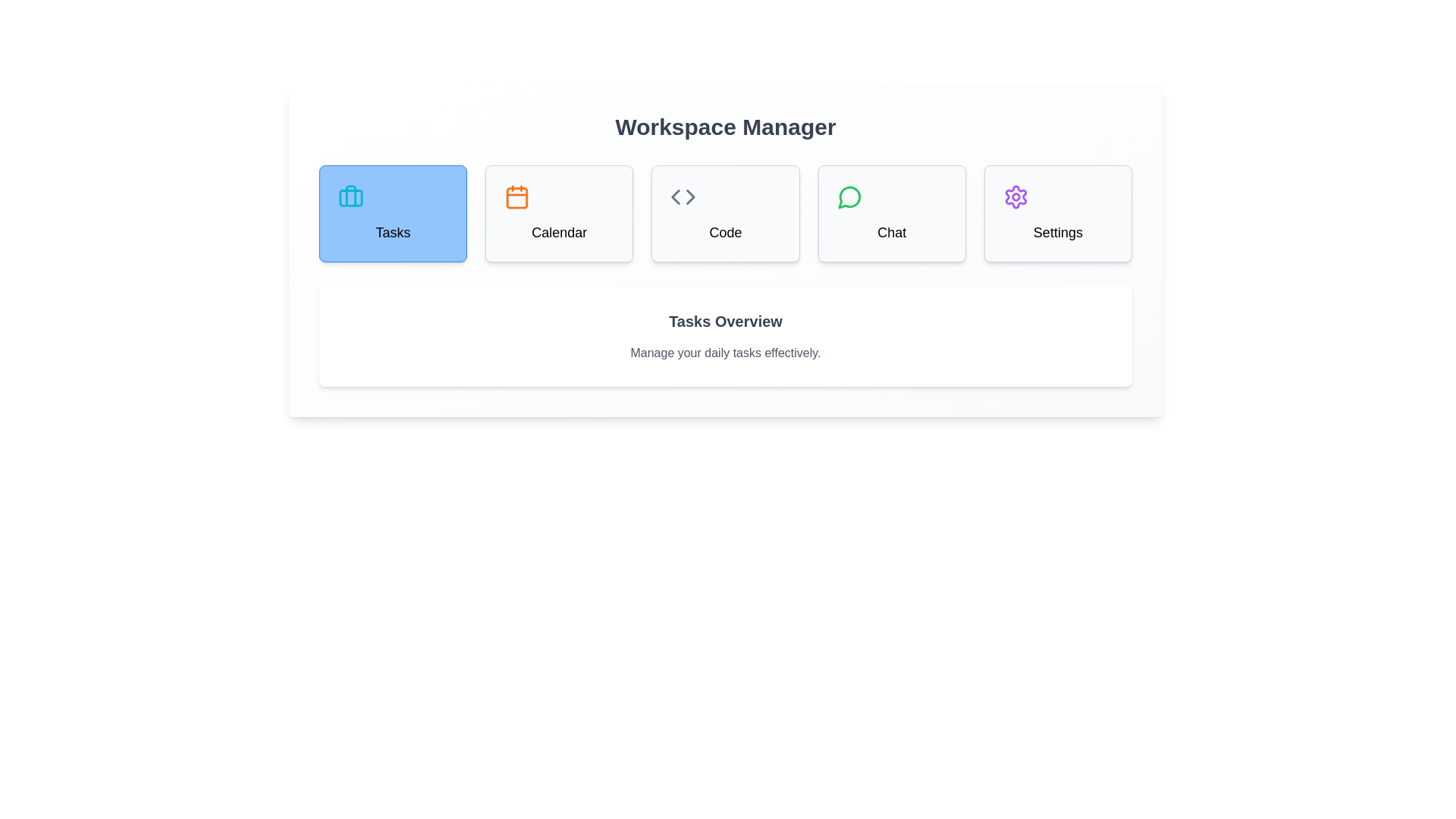  What do you see at coordinates (724, 127) in the screenshot?
I see `the Text label or heading indicating 'Workspace Manager', positioned at the top-center of the panel, above the grid of buttons` at bounding box center [724, 127].